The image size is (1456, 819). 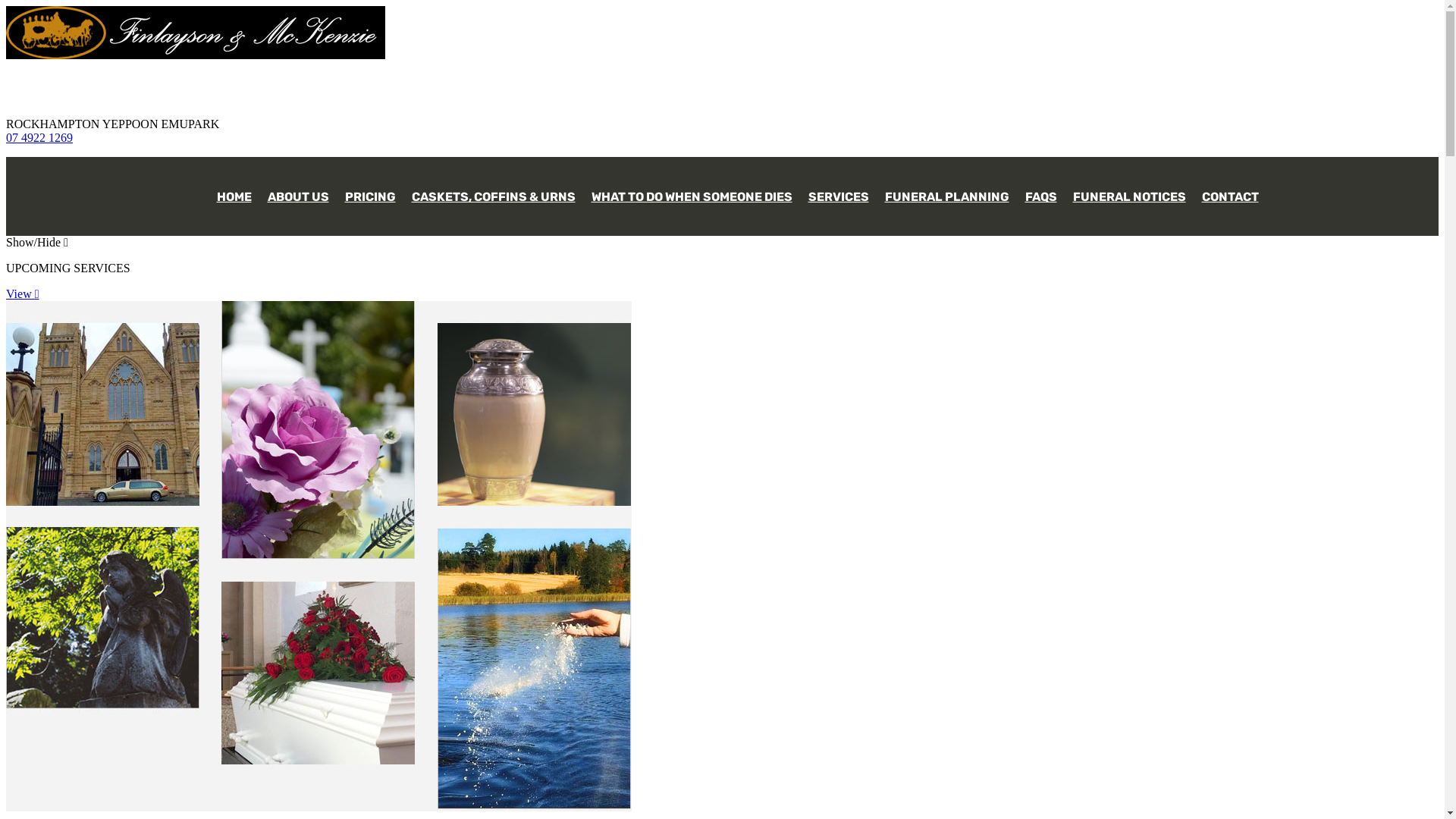 What do you see at coordinates (946, 189) in the screenshot?
I see `'FUNERAL PLANNING'` at bounding box center [946, 189].